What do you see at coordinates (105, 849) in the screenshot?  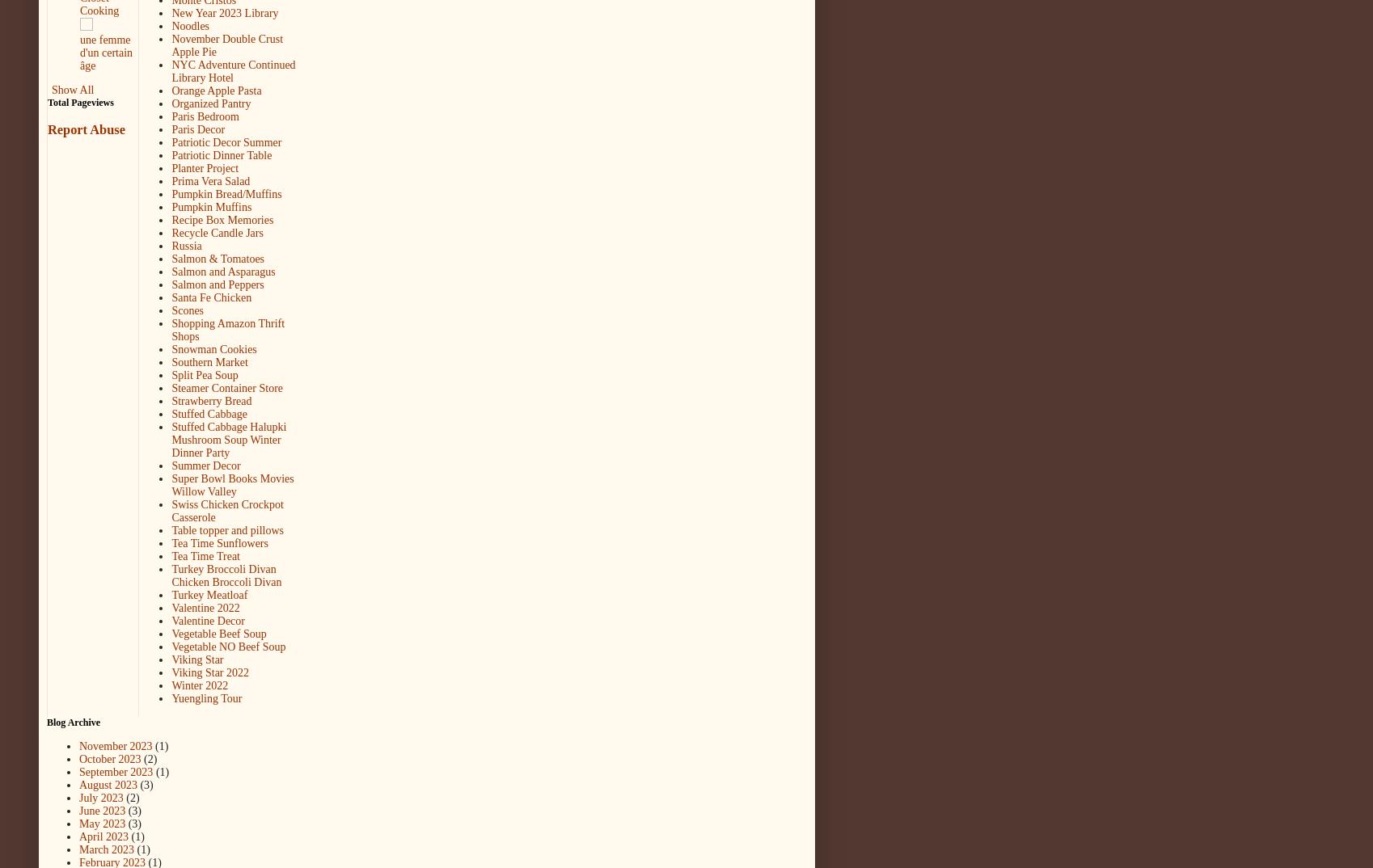 I see `'March 2023'` at bounding box center [105, 849].